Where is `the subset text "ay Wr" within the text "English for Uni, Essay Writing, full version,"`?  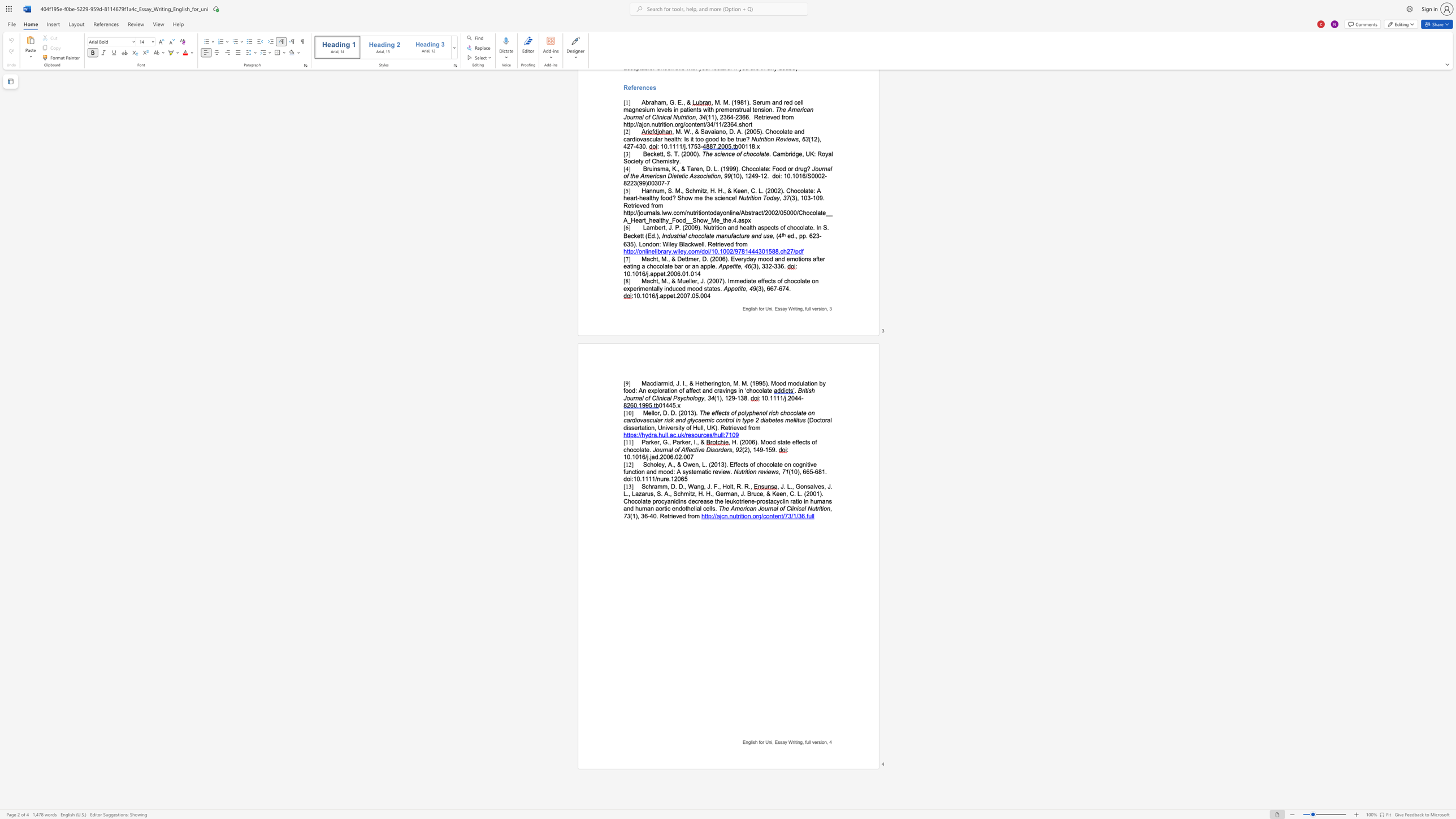
the subset text "ay Wr" within the text "English for Uni, Essay Writing, full version," is located at coordinates (782, 742).